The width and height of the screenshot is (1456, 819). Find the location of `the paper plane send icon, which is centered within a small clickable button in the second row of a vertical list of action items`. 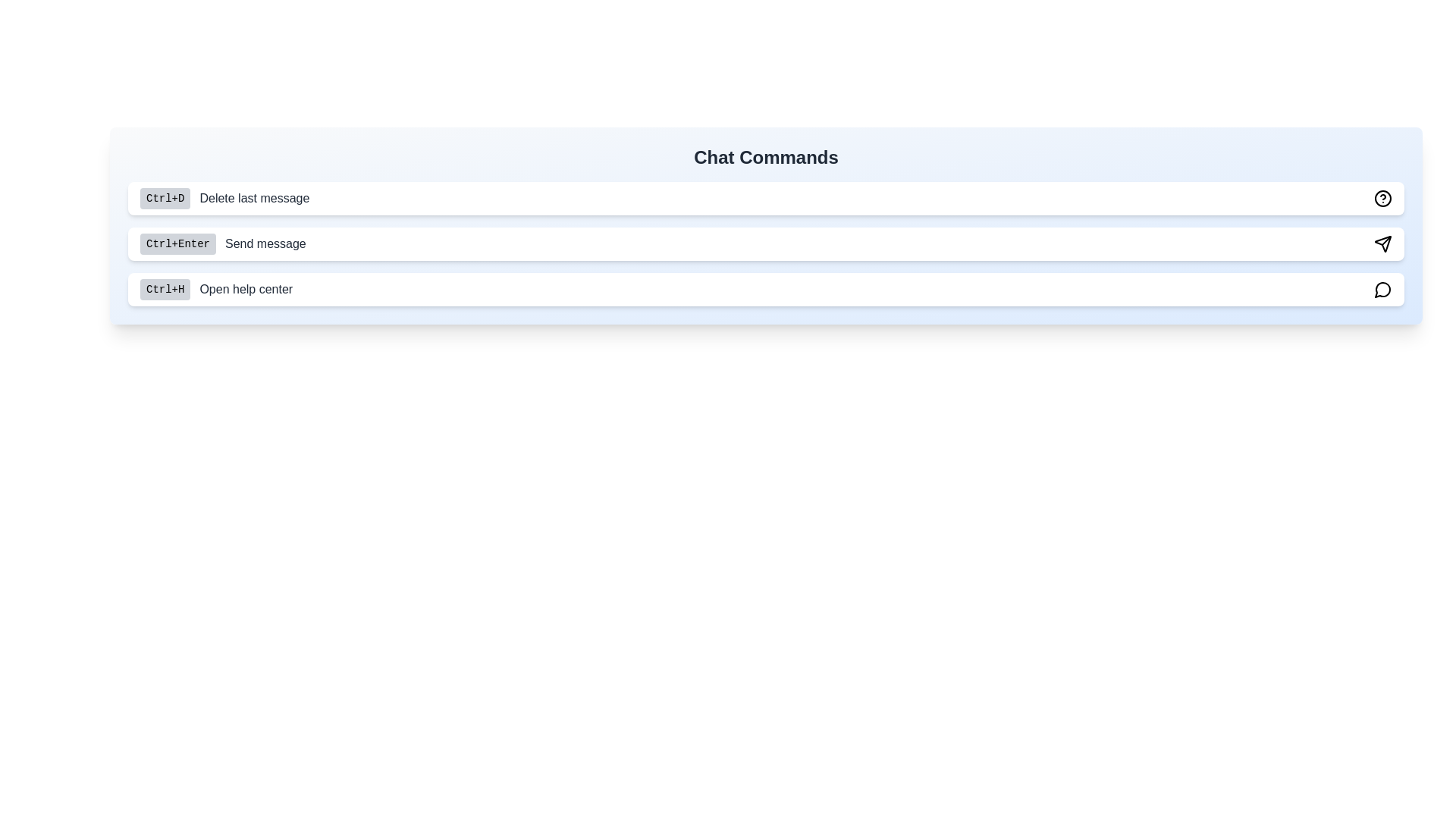

the paper plane send icon, which is centered within a small clickable button in the second row of a vertical list of action items is located at coordinates (1383, 243).